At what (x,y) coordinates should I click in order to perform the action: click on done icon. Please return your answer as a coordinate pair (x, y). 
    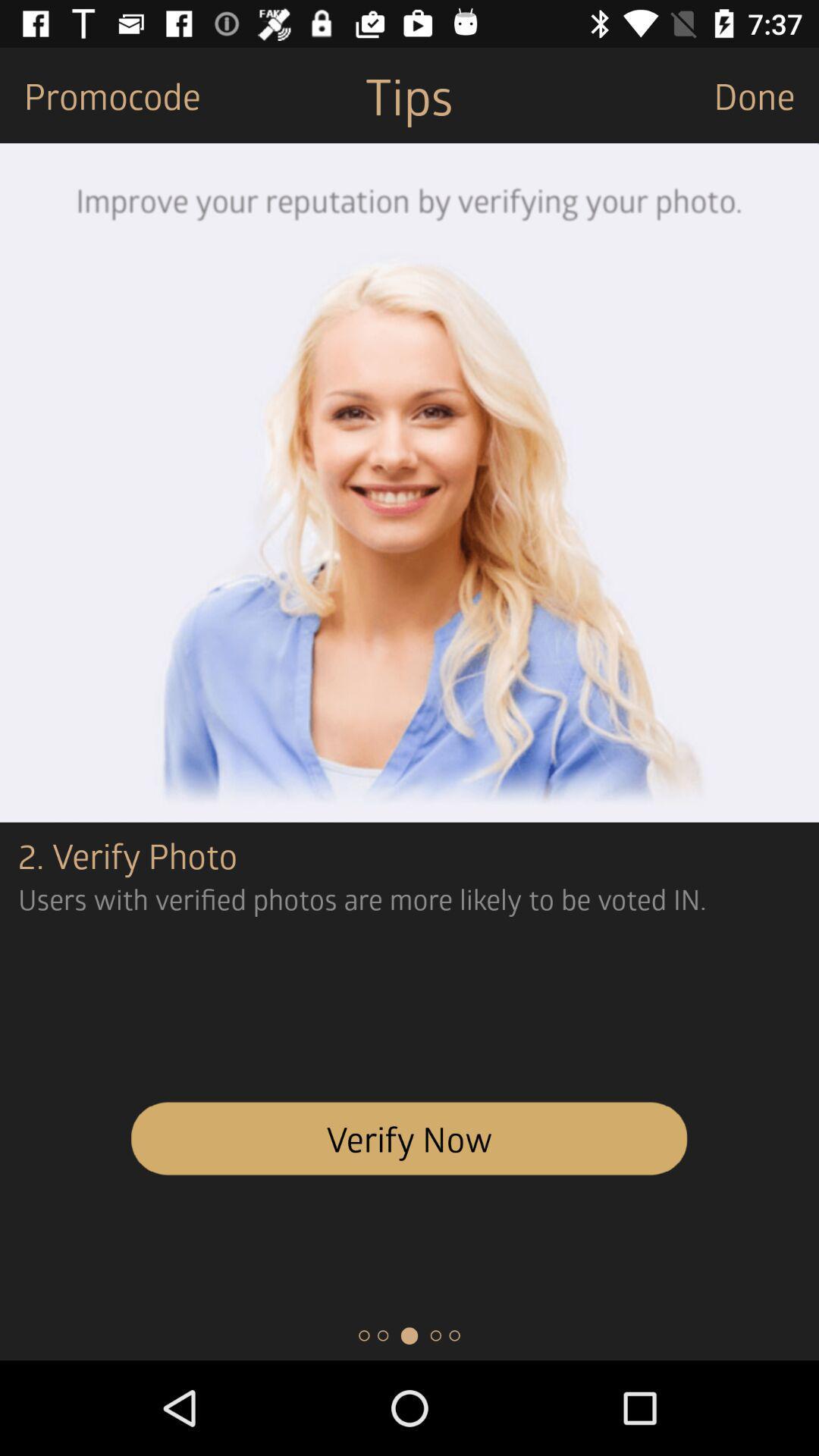
    Looking at the image, I should click on (766, 94).